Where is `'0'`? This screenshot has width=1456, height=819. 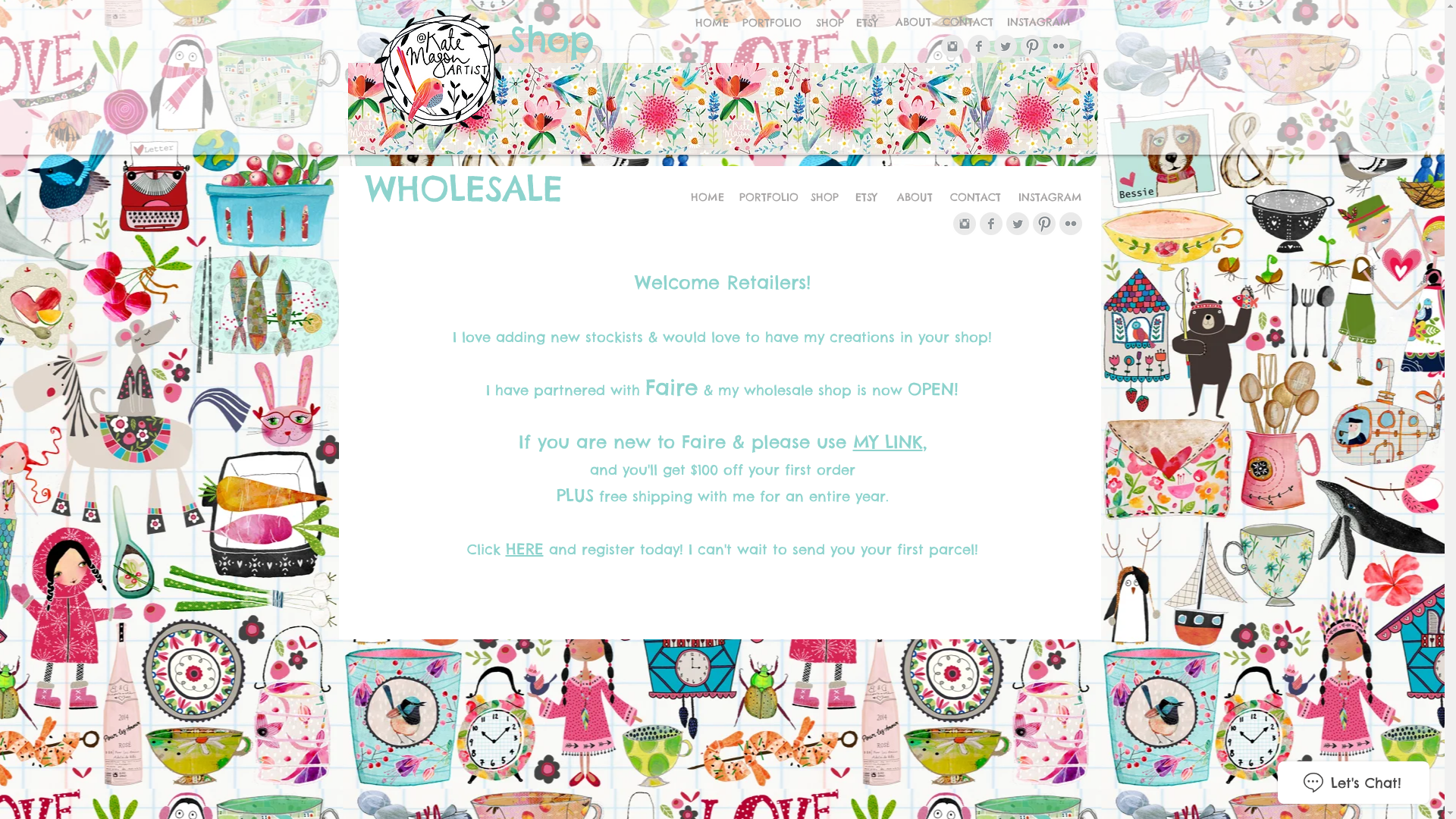
'0' is located at coordinates (1079, 140).